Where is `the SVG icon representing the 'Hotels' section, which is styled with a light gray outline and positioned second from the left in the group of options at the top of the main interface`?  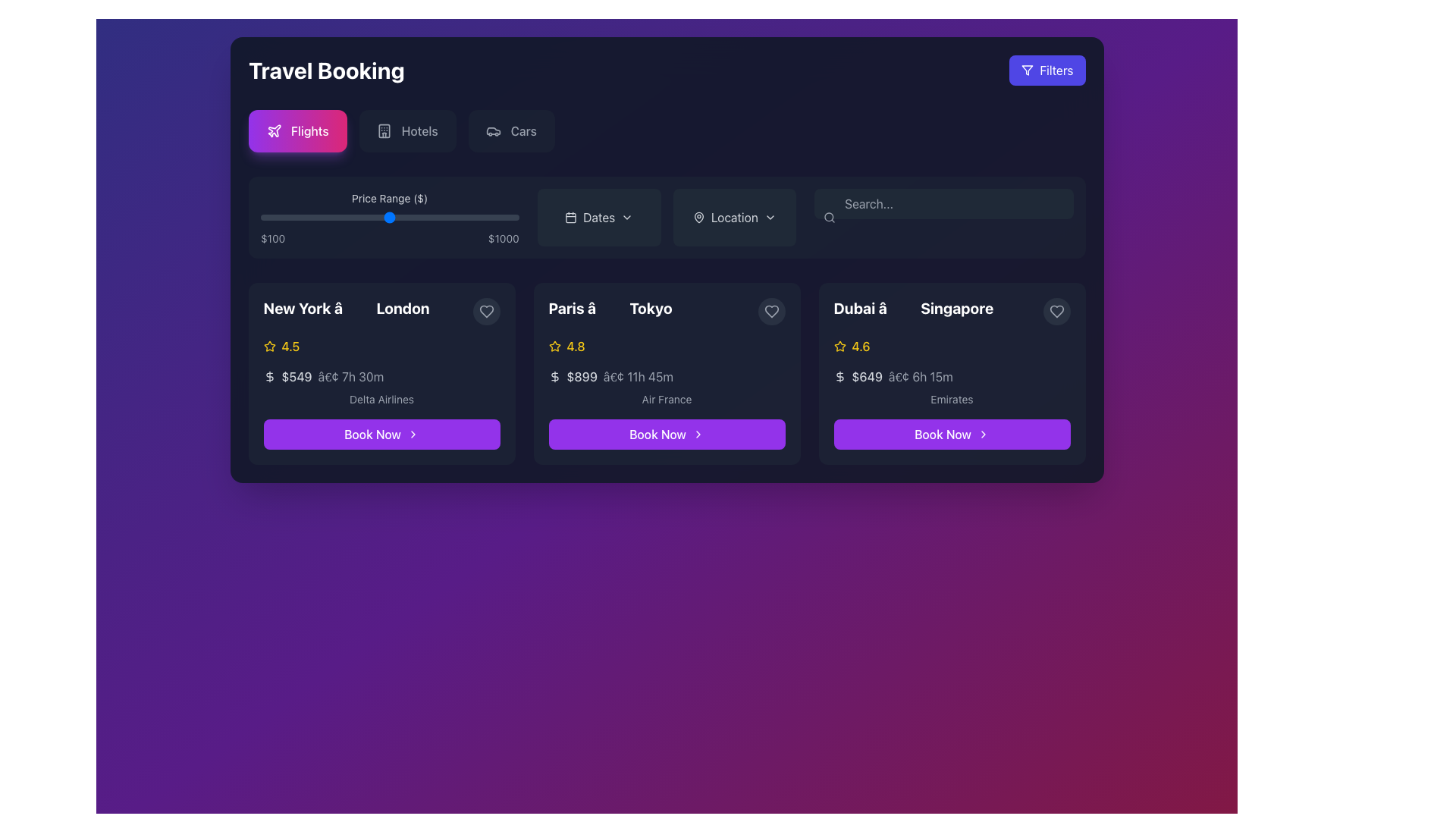 the SVG icon representing the 'Hotels' section, which is styled with a light gray outline and positioned second from the left in the group of options at the top of the main interface is located at coordinates (384, 130).